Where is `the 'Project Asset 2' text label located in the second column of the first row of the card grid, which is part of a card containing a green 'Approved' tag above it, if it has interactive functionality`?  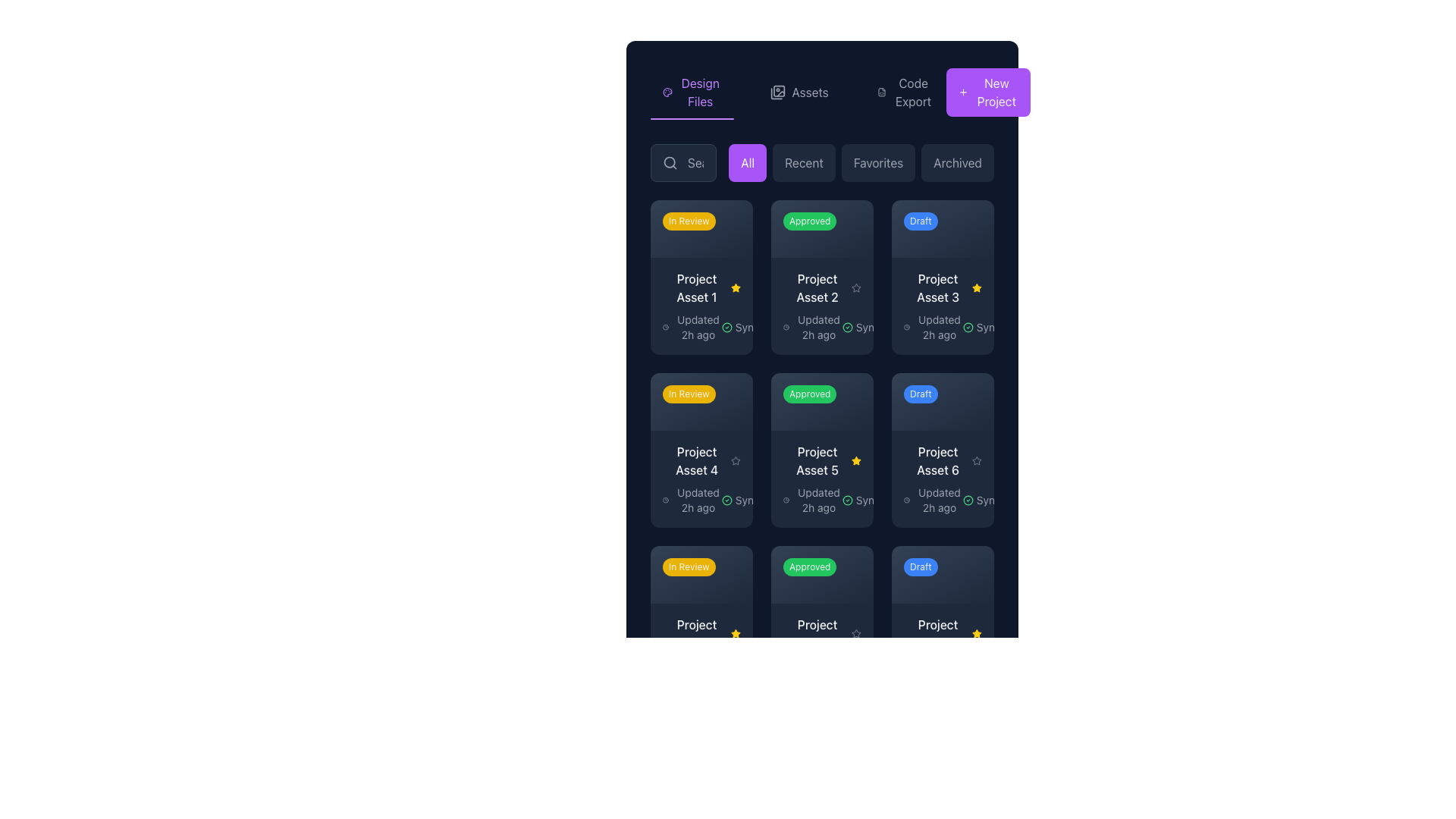 the 'Project Asset 2' text label located in the second column of the first row of the card grid, which is part of a card containing a green 'Approved' tag above it, if it has interactive functionality is located at coordinates (817, 287).